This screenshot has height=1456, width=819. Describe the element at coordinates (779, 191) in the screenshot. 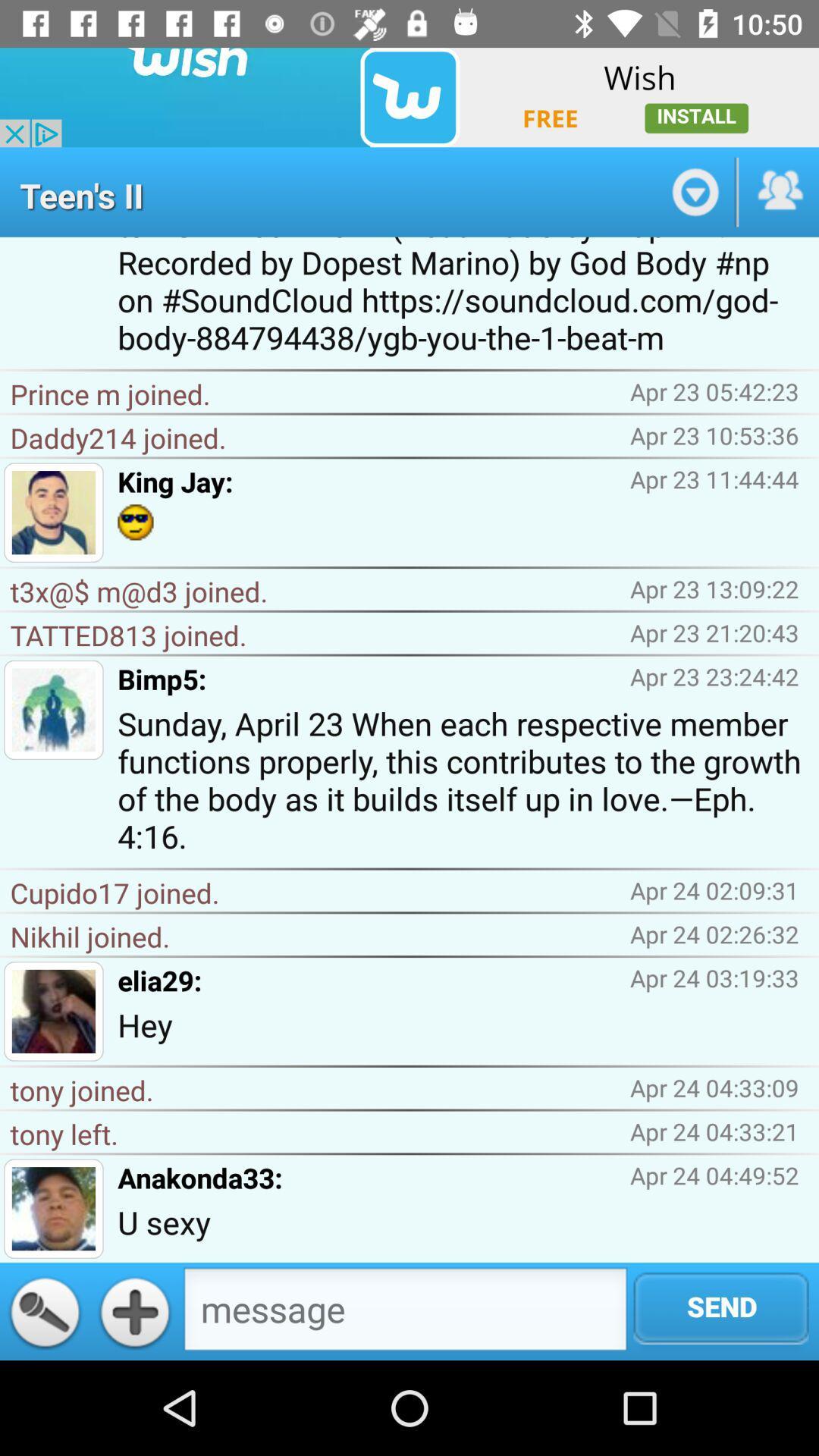

I see `the group icon` at that location.